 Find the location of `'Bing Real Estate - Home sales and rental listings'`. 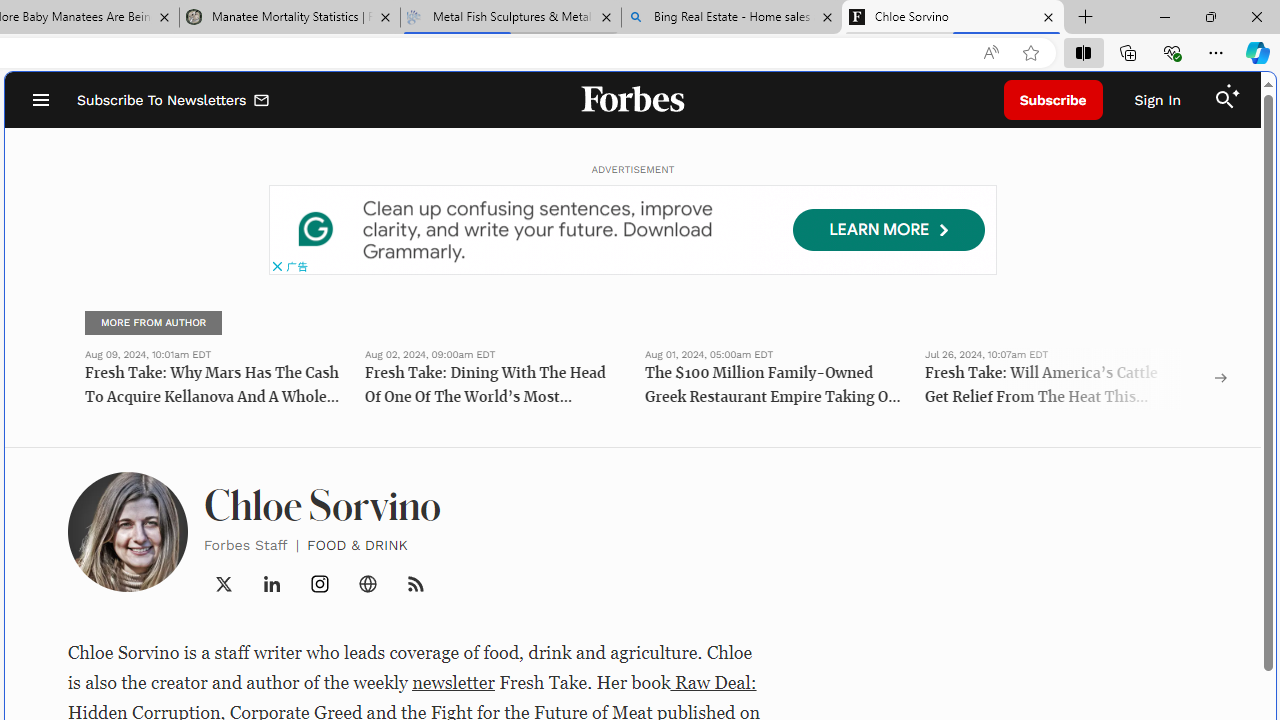

'Bing Real Estate - Home sales and rental listings' is located at coordinates (731, 17).